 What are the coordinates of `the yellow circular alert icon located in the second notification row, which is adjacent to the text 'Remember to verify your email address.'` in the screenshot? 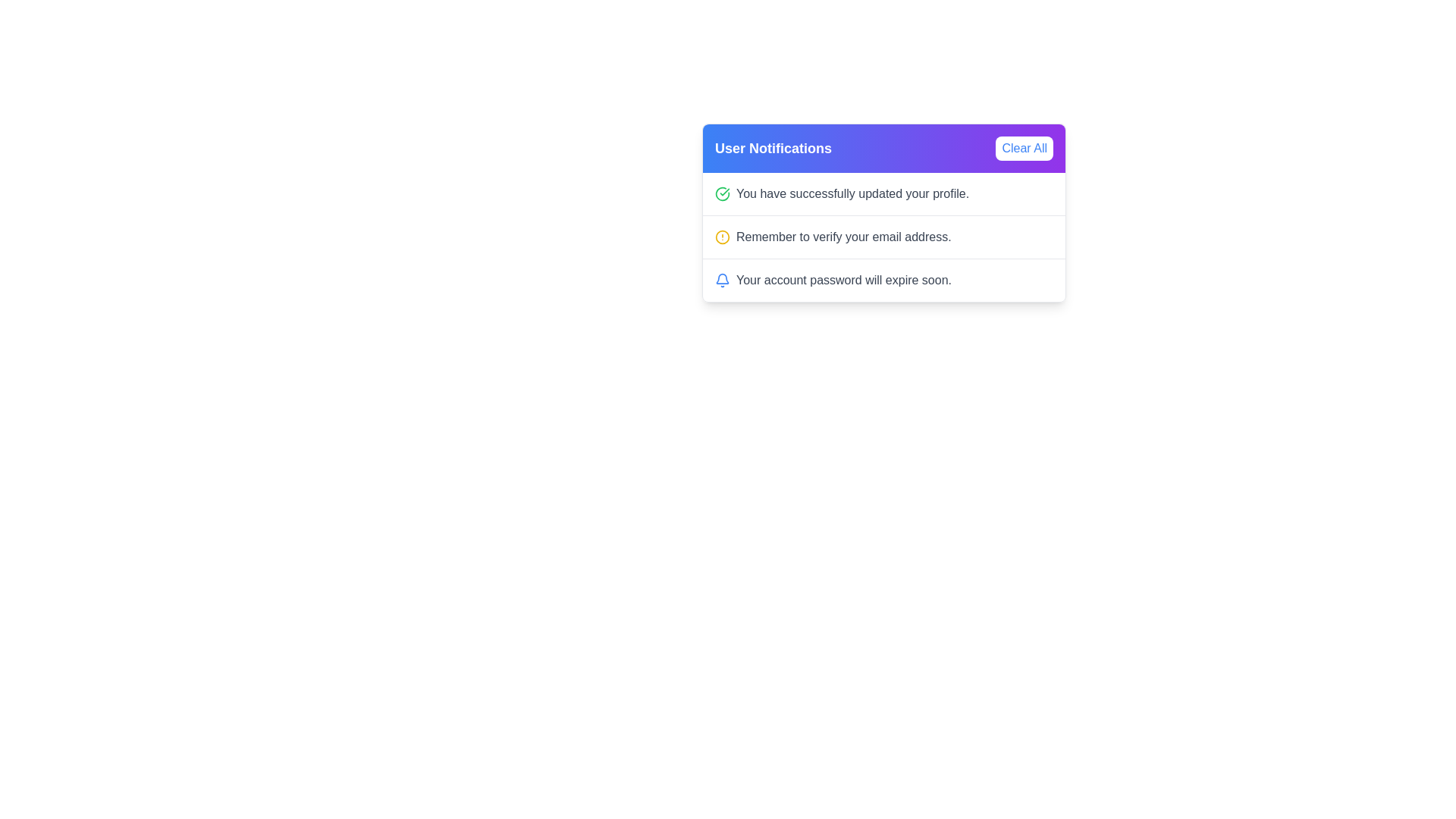 It's located at (722, 237).